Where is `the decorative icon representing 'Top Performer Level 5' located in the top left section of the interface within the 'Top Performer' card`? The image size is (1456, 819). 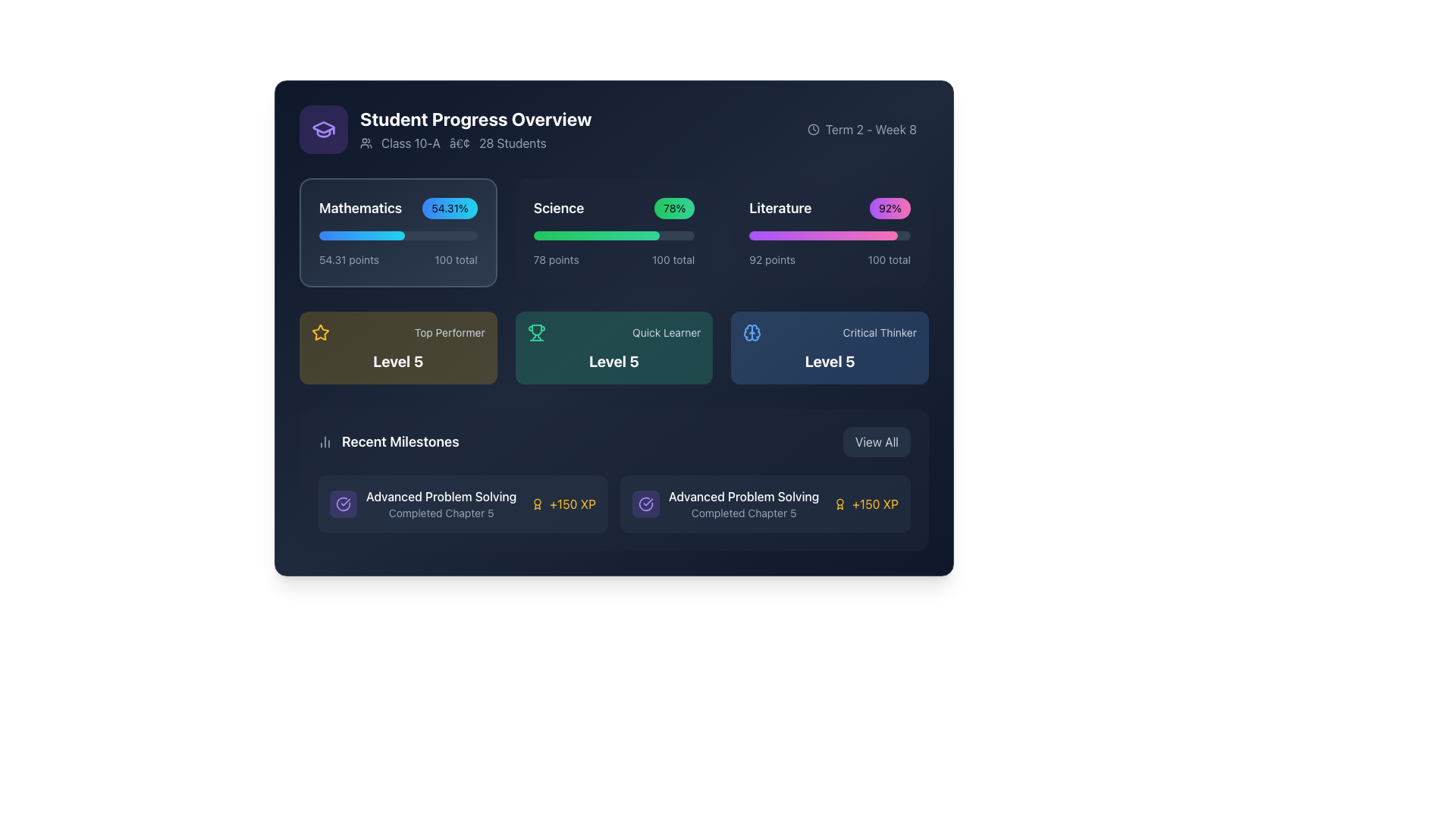
the decorative icon representing 'Top Performer Level 5' located in the top left section of the interface within the 'Top Performer' card is located at coordinates (319, 331).